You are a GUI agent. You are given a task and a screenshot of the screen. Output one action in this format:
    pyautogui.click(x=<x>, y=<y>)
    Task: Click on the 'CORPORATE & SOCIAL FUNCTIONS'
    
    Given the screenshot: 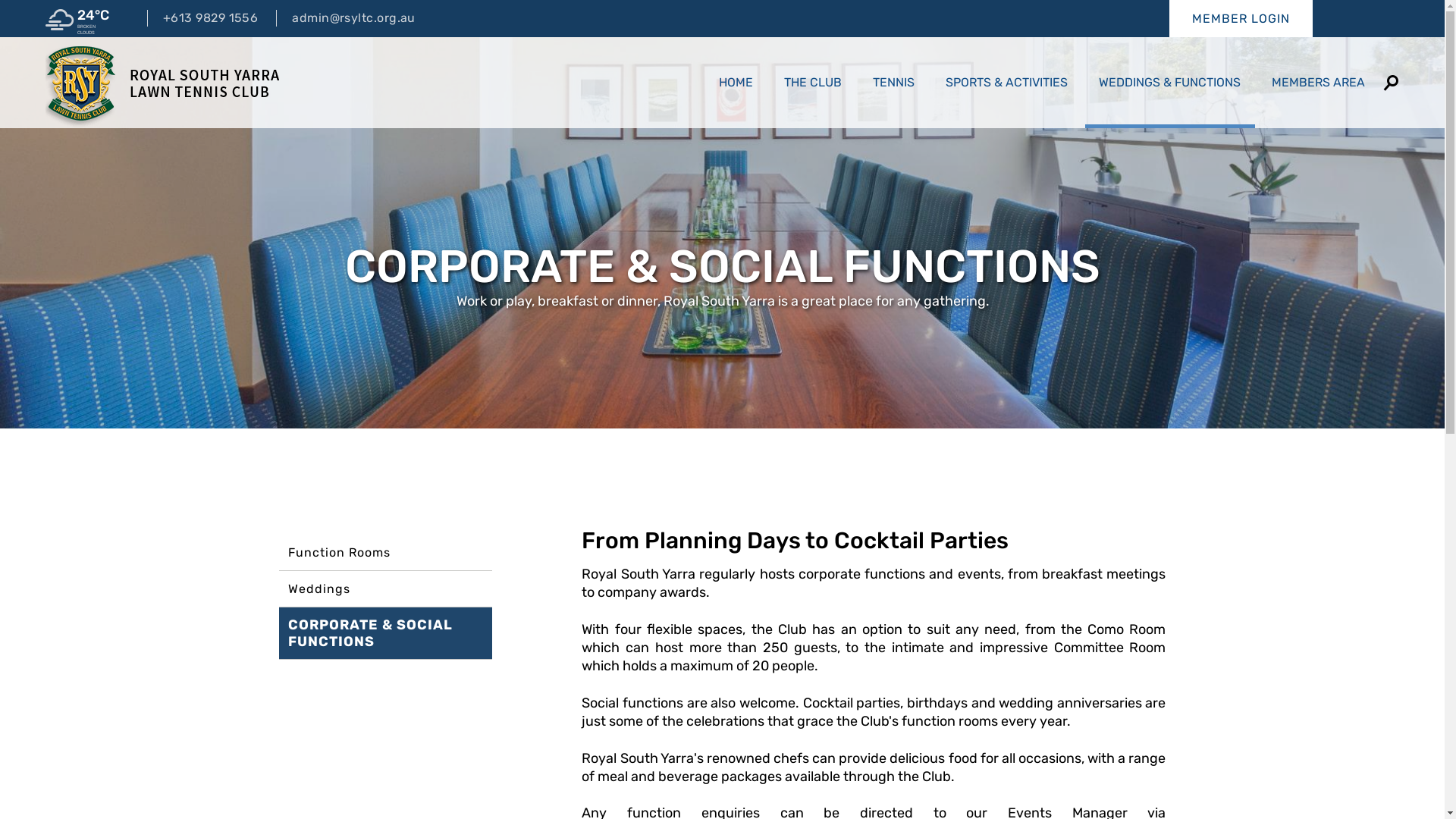 What is the action you would take?
    pyautogui.click(x=279, y=632)
    